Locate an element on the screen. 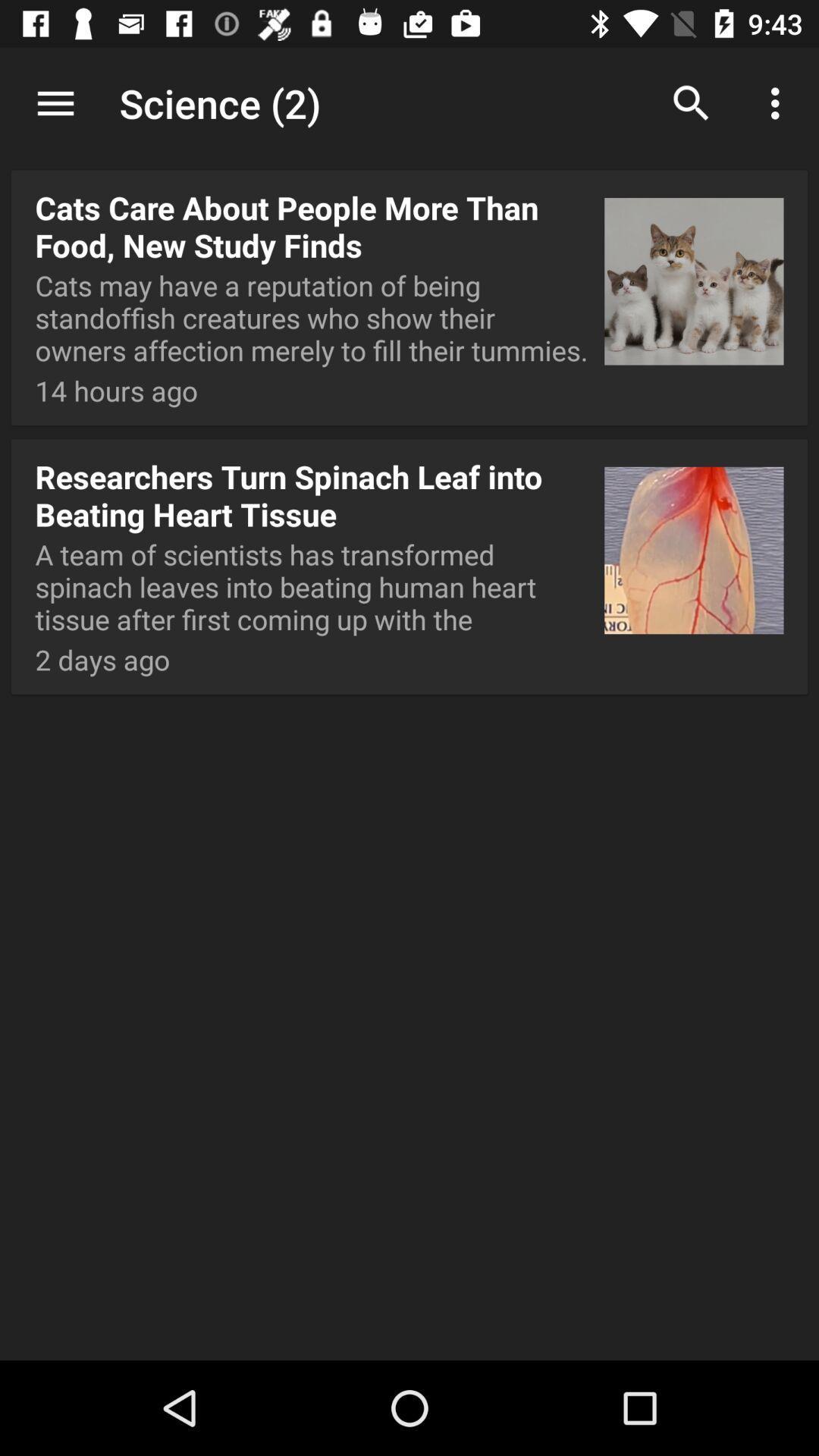  the item to the right of the science (2) icon is located at coordinates (691, 102).